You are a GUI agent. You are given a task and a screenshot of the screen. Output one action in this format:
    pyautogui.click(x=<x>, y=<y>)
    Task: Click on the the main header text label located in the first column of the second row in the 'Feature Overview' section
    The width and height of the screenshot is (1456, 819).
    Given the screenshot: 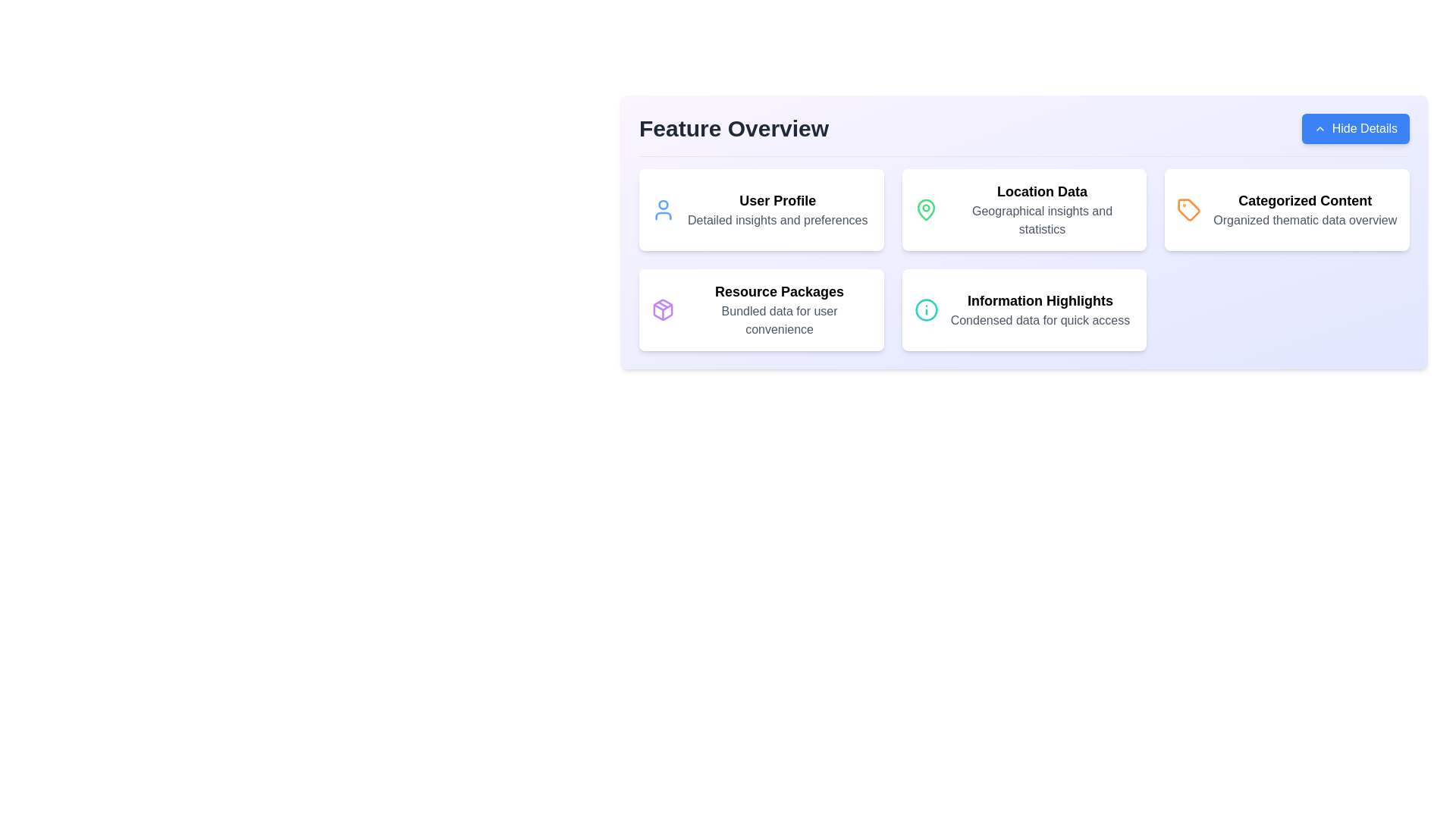 What is the action you would take?
    pyautogui.click(x=779, y=292)
    